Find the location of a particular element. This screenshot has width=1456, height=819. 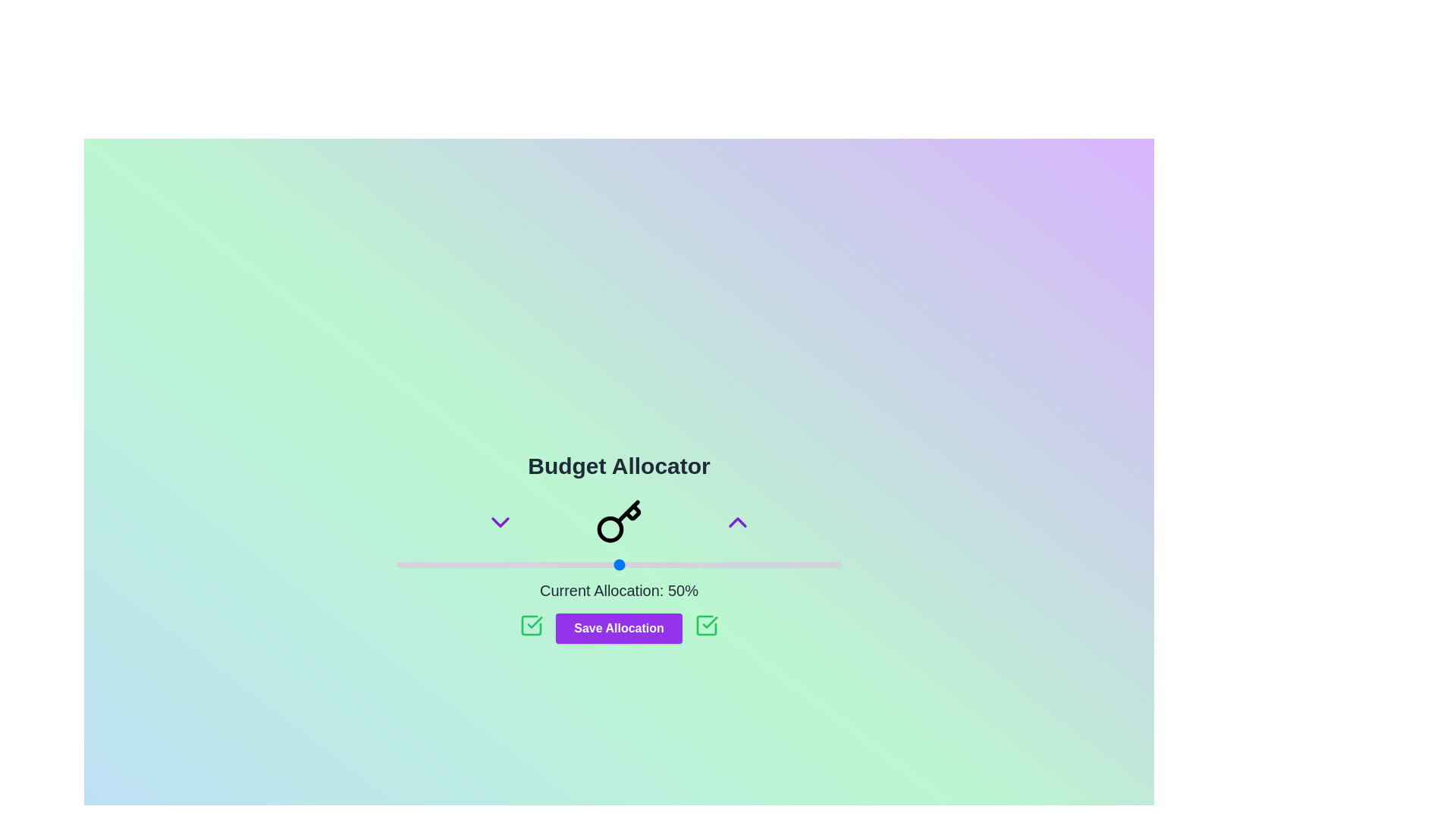

the chevron button to adjust the budget by decrease is located at coordinates (500, 522).